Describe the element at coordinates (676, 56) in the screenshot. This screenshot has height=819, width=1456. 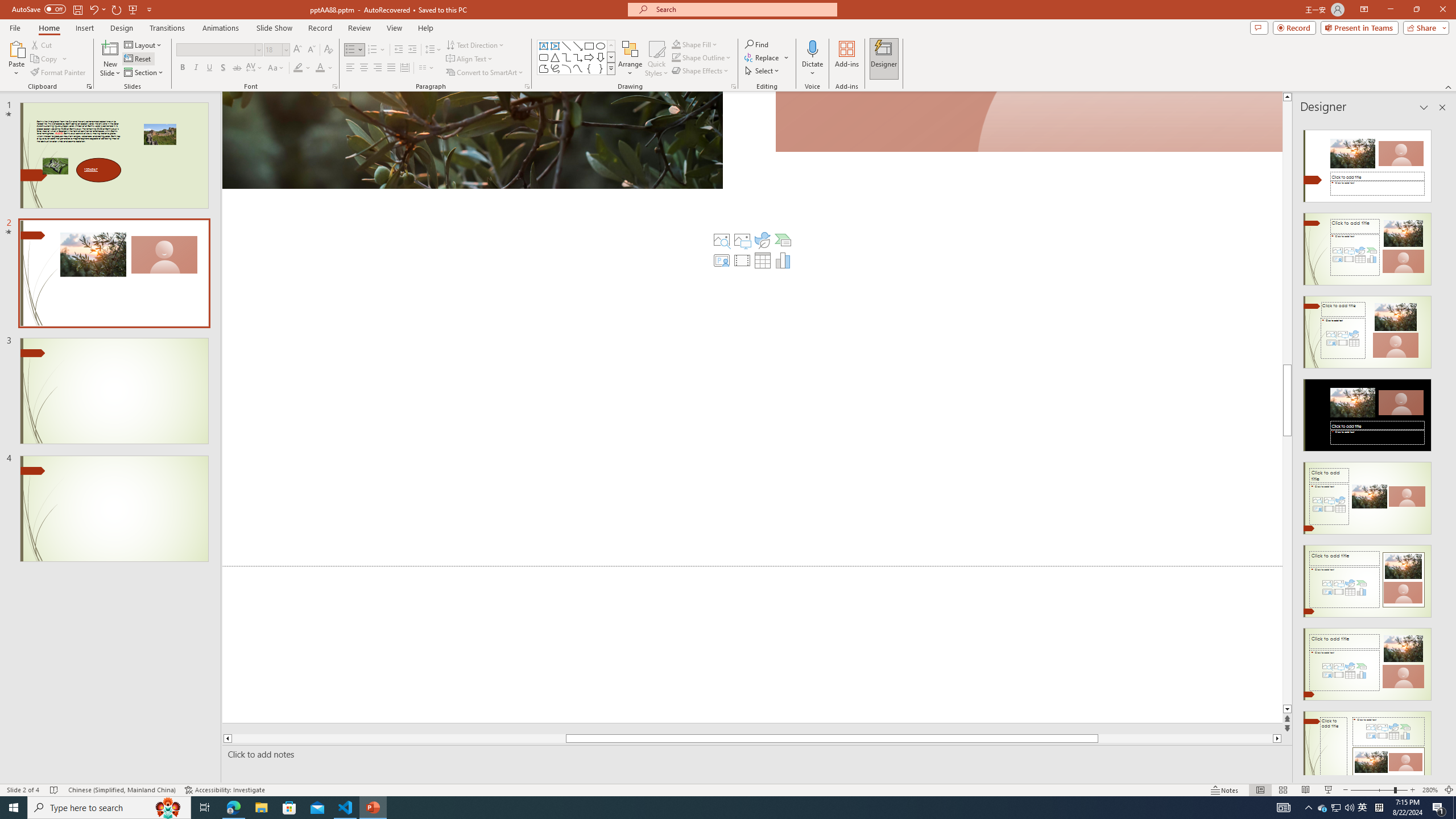
I see `'Shape Outline Teal, Accent 1'` at that location.